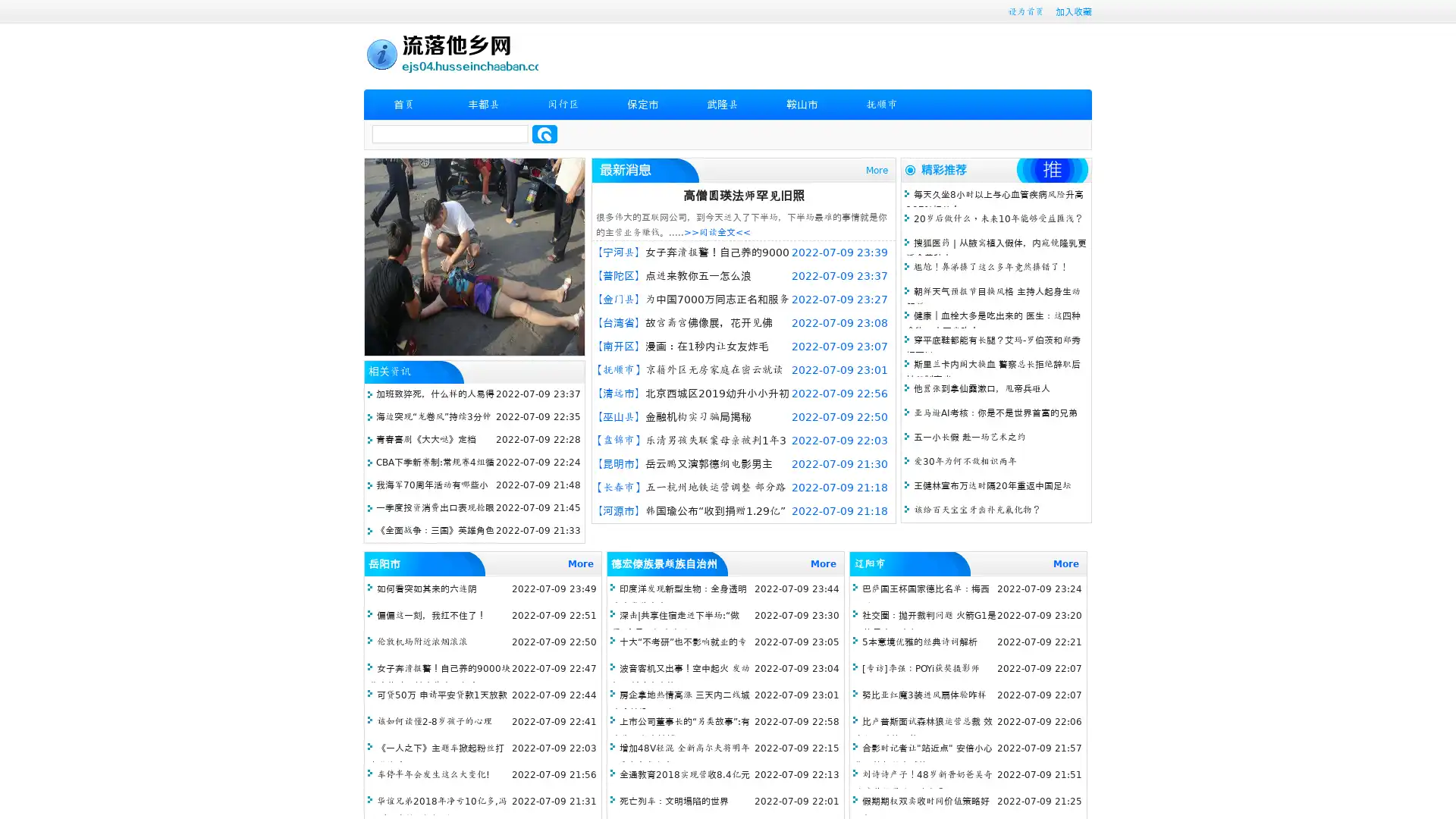 Image resolution: width=1456 pixels, height=819 pixels. What do you see at coordinates (544, 133) in the screenshot?
I see `Search` at bounding box center [544, 133].